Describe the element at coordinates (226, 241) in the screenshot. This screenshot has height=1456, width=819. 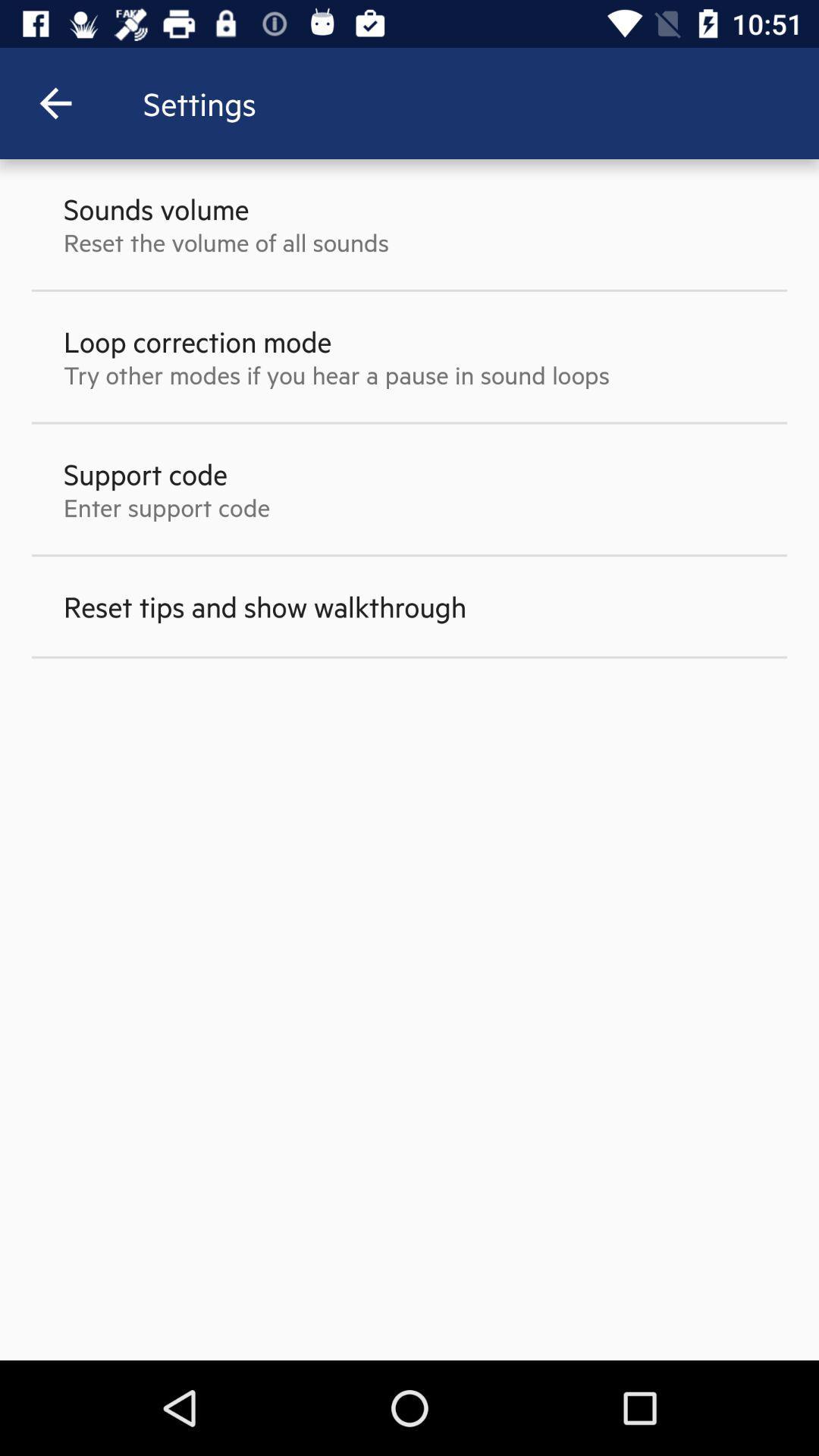
I see `the reset the volume item` at that location.